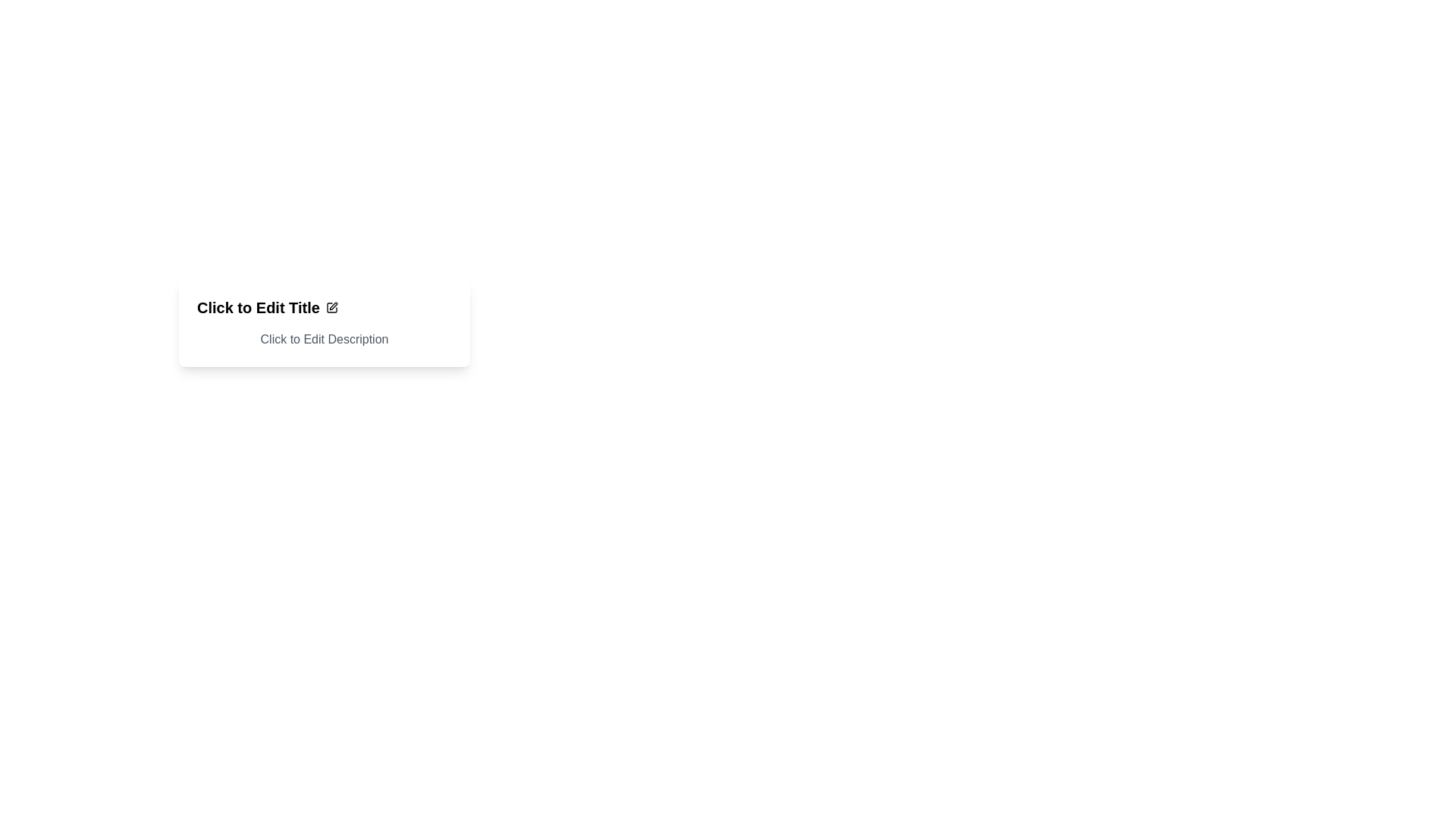  Describe the element at coordinates (323, 338) in the screenshot. I see `on the static text element displaying 'Click` at that location.